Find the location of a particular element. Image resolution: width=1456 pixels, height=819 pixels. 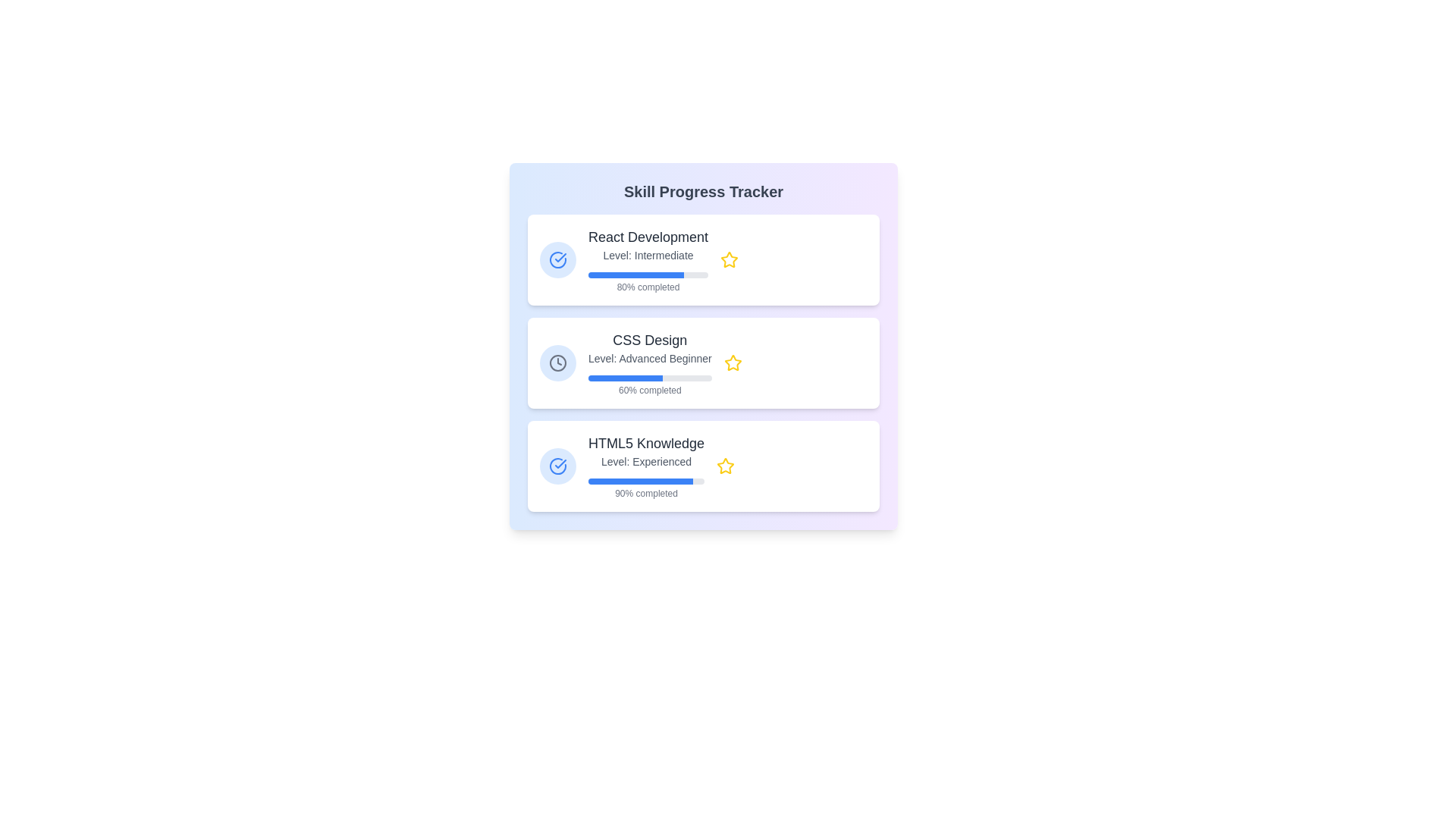

the small circular clock icon with a gray outline located to the left of the CSS Design item's text in the Skill Progress Tracker interface is located at coordinates (557, 362).